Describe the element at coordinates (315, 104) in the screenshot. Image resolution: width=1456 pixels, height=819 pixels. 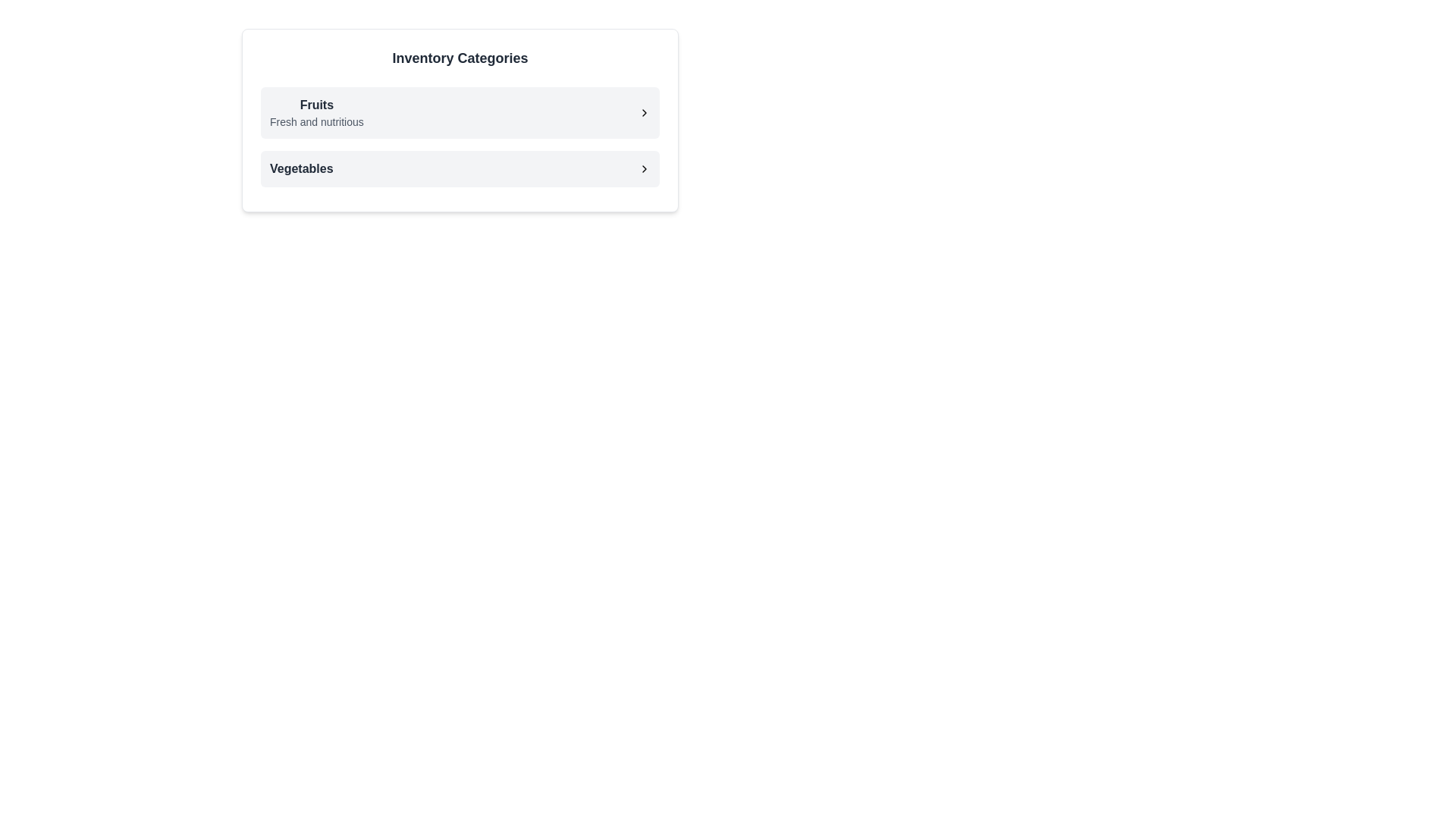
I see `the bold text label 'Fruits' that is positioned at the top of the list item in the vertical list, which is distinct due to its bold font weight against a light-gray background` at that location.